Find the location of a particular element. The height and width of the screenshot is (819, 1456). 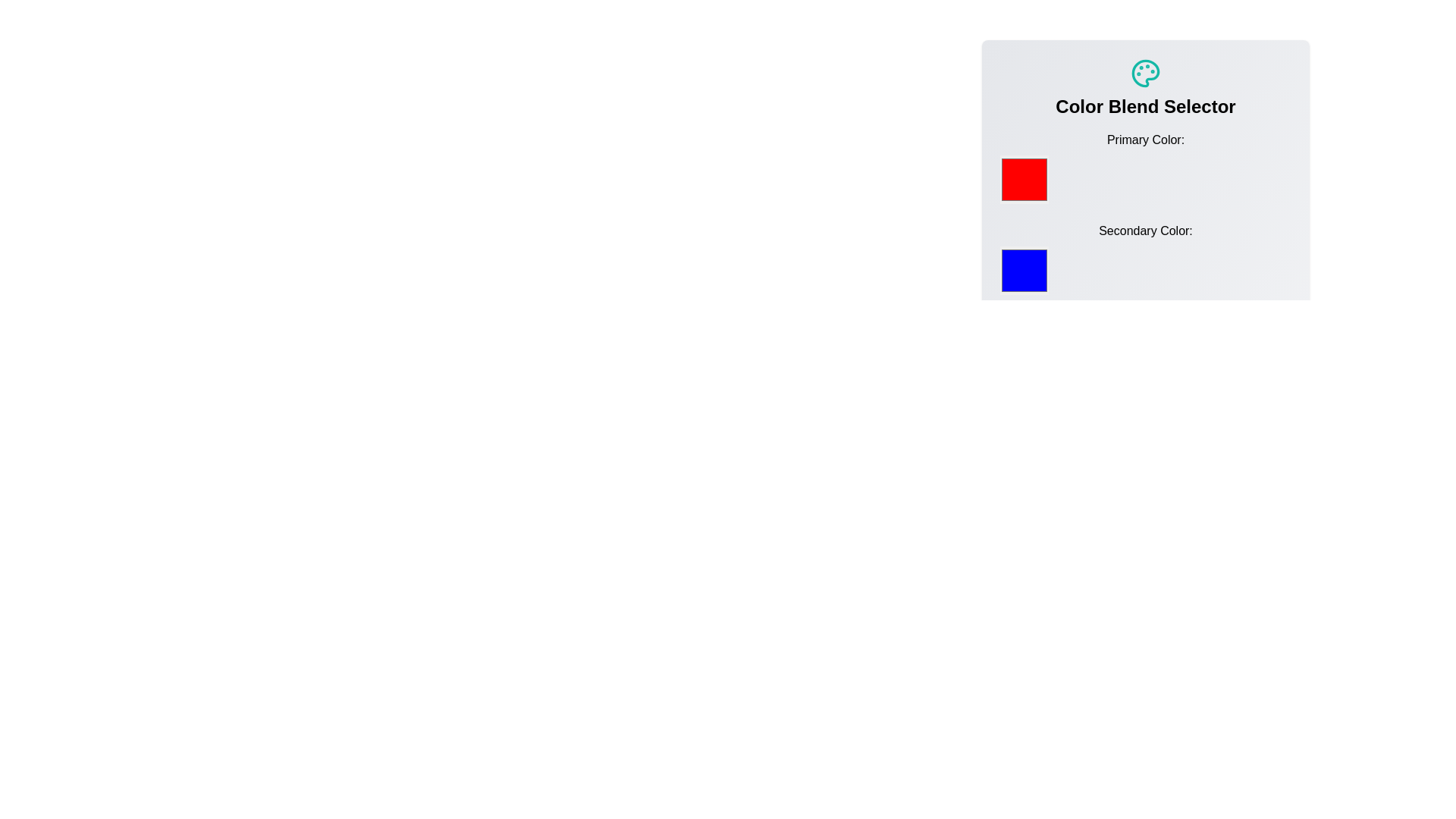

the label that identifies the purpose of the blue color box as 'Secondary Color', which is positioned below the 'Primary Color:' label in the 'Color Blend Selector' panel is located at coordinates (1146, 231).